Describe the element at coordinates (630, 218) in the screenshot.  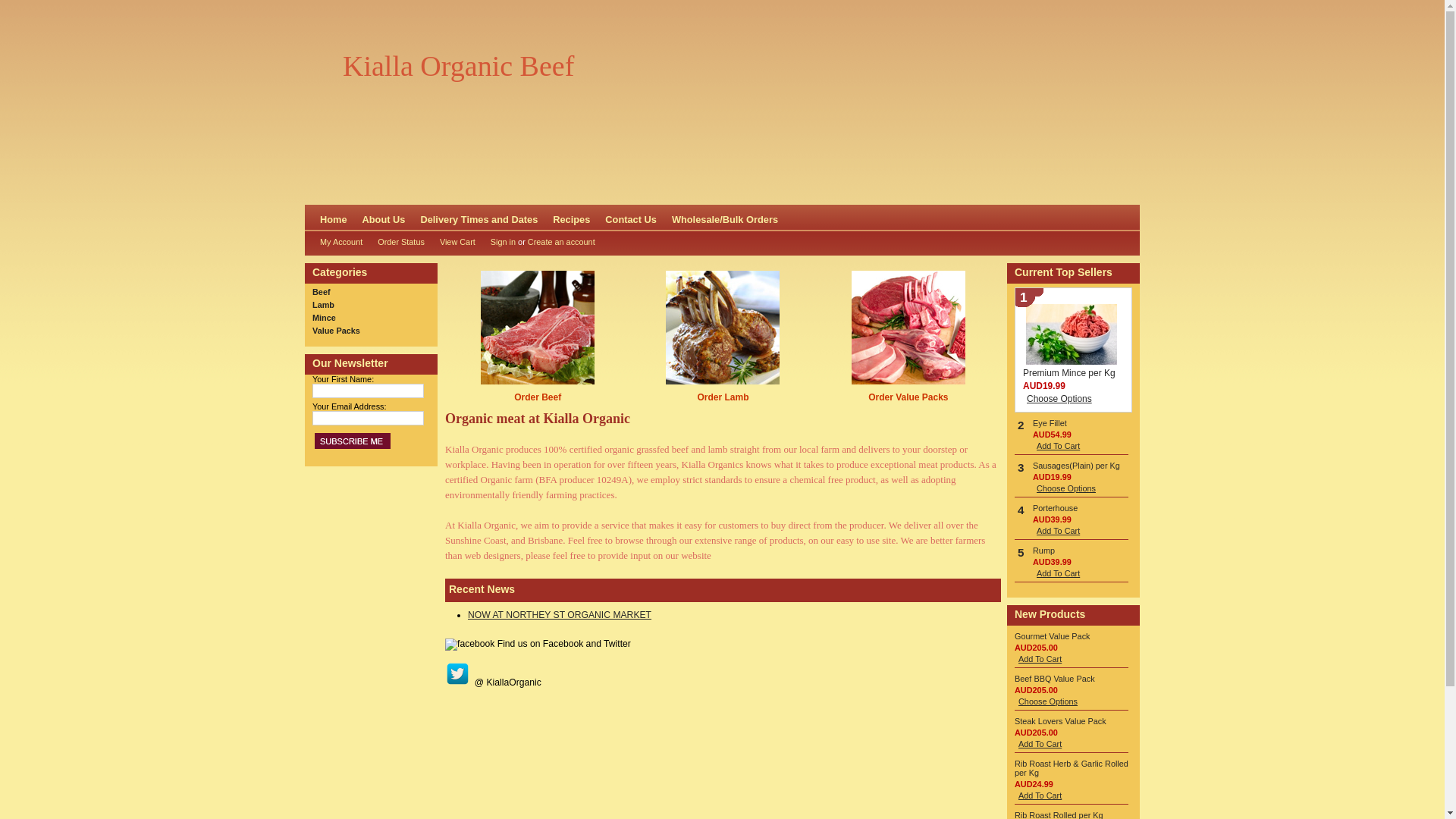
I see `'Contact Us'` at that location.